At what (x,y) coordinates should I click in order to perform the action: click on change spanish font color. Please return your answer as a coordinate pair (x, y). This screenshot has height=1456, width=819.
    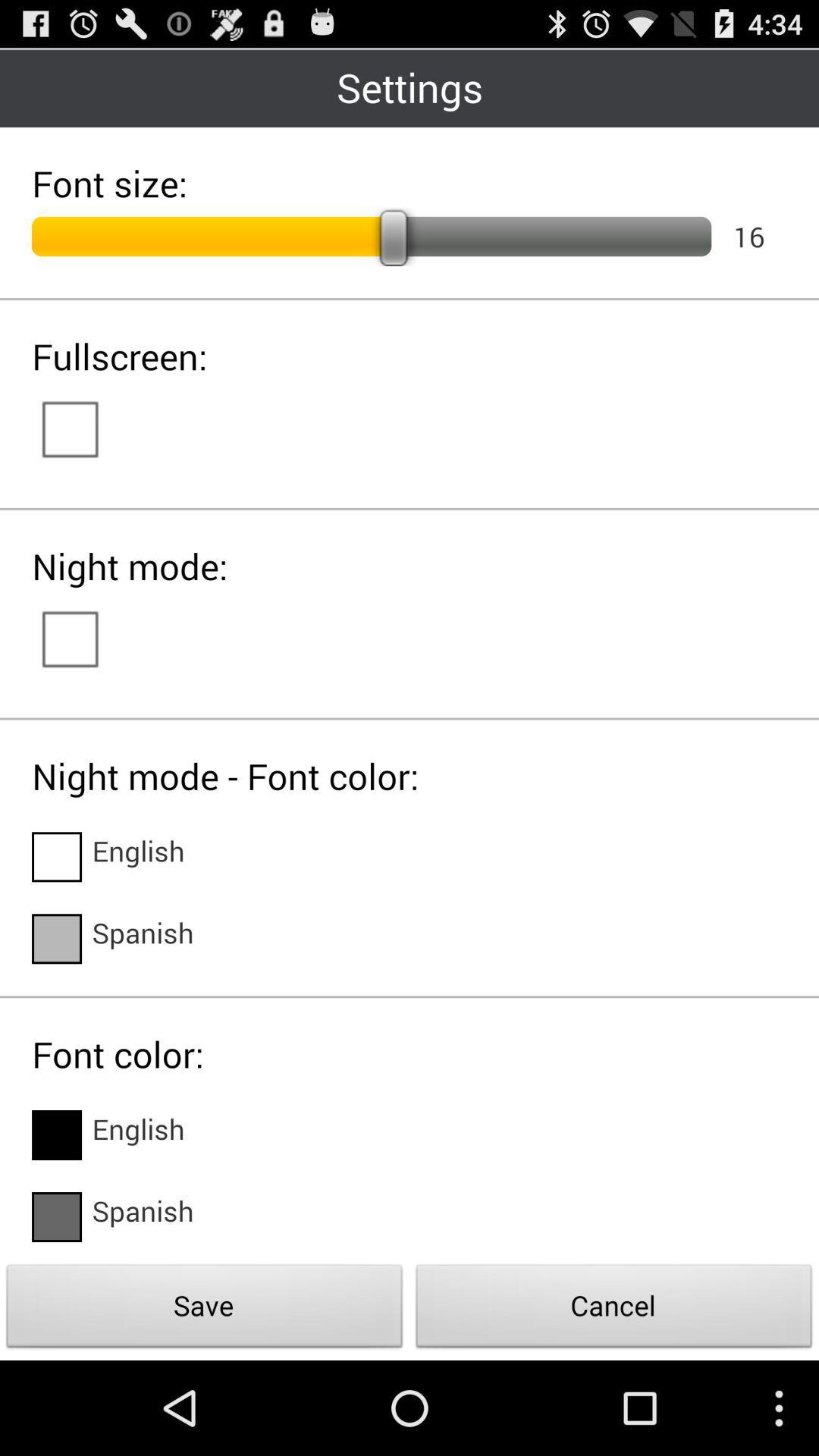
    Looking at the image, I should click on (55, 1216).